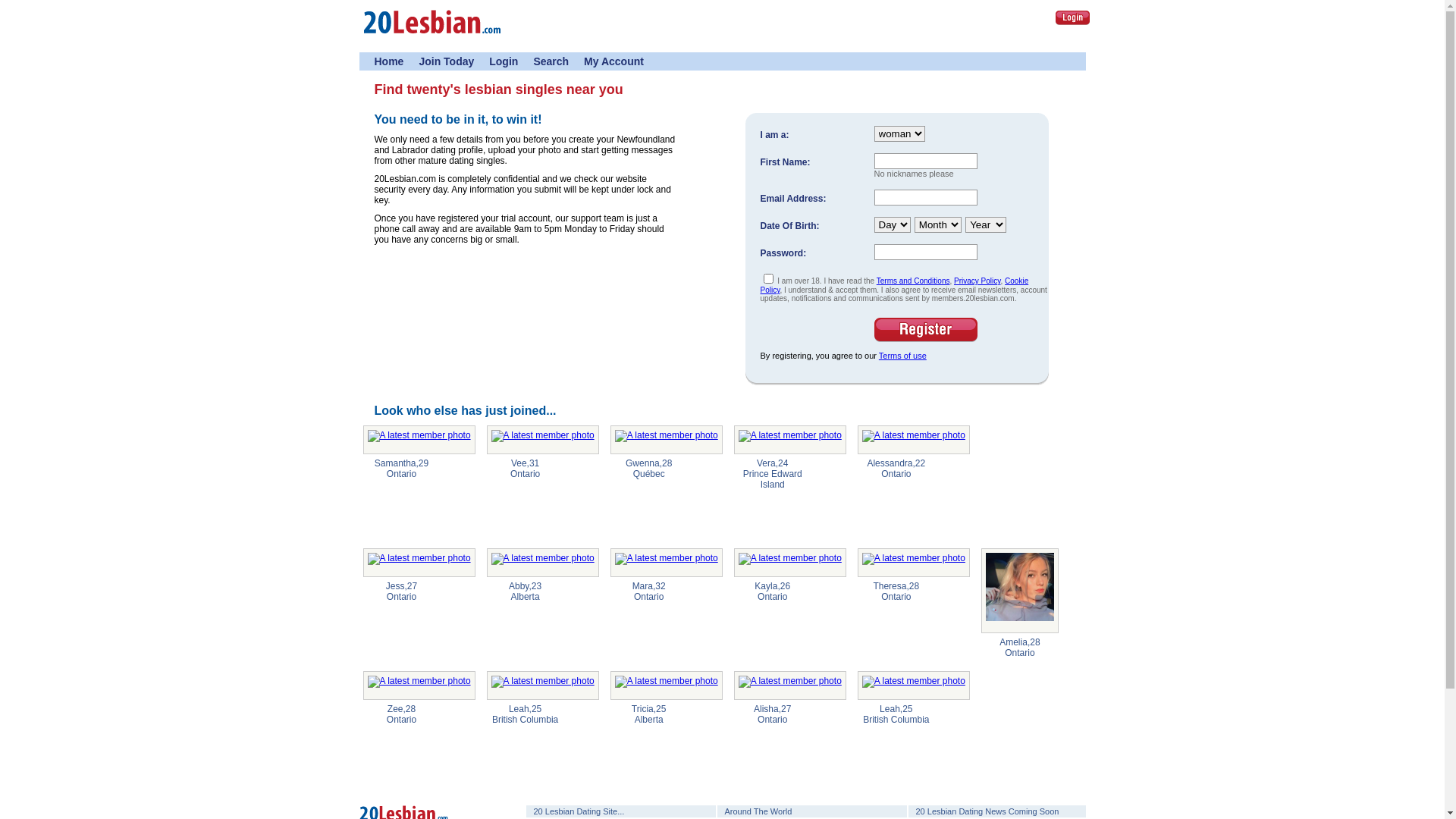  Describe the element at coordinates (912, 562) in the screenshot. I see `'Theresa, 28 from East York, Ontario'` at that location.